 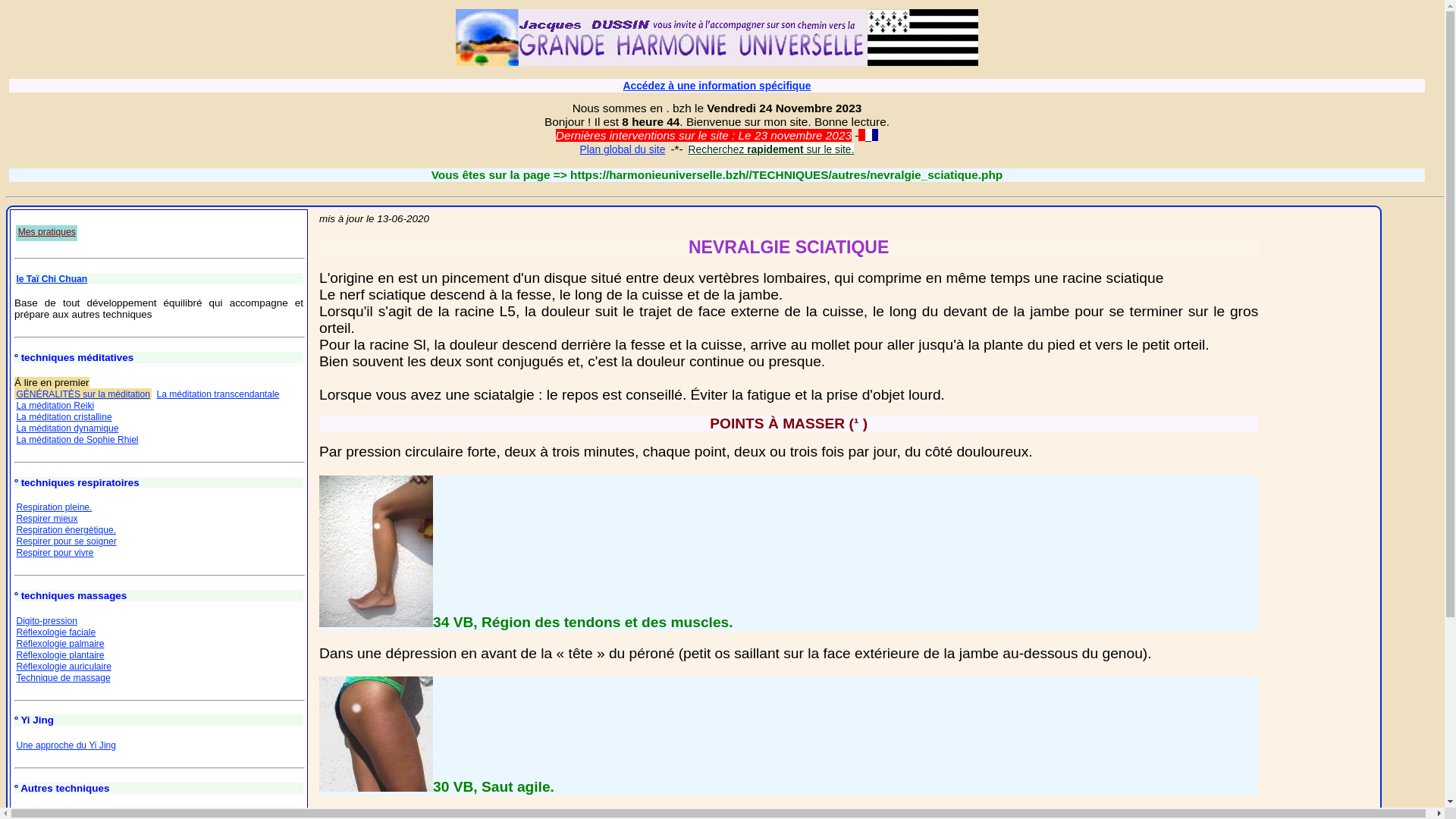 What do you see at coordinates (46, 233) in the screenshot?
I see `'Mes pratiques'` at bounding box center [46, 233].